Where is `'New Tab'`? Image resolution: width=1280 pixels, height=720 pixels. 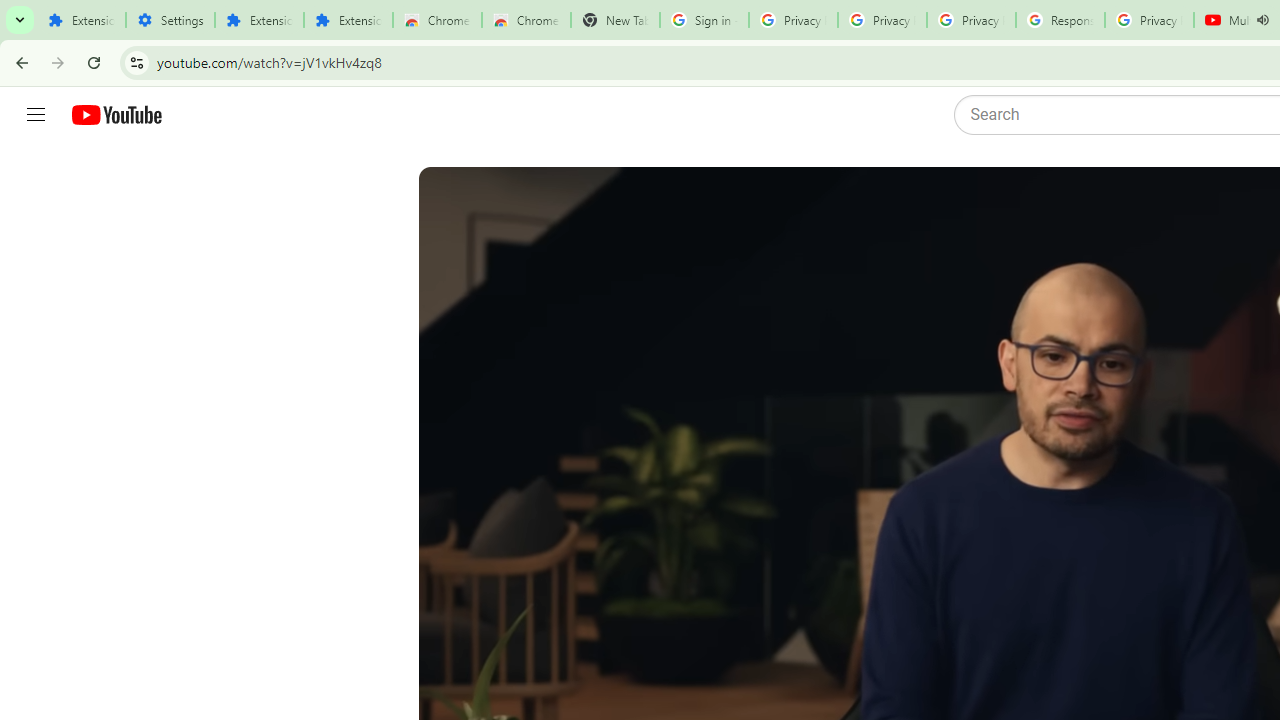 'New Tab' is located at coordinates (614, 20).